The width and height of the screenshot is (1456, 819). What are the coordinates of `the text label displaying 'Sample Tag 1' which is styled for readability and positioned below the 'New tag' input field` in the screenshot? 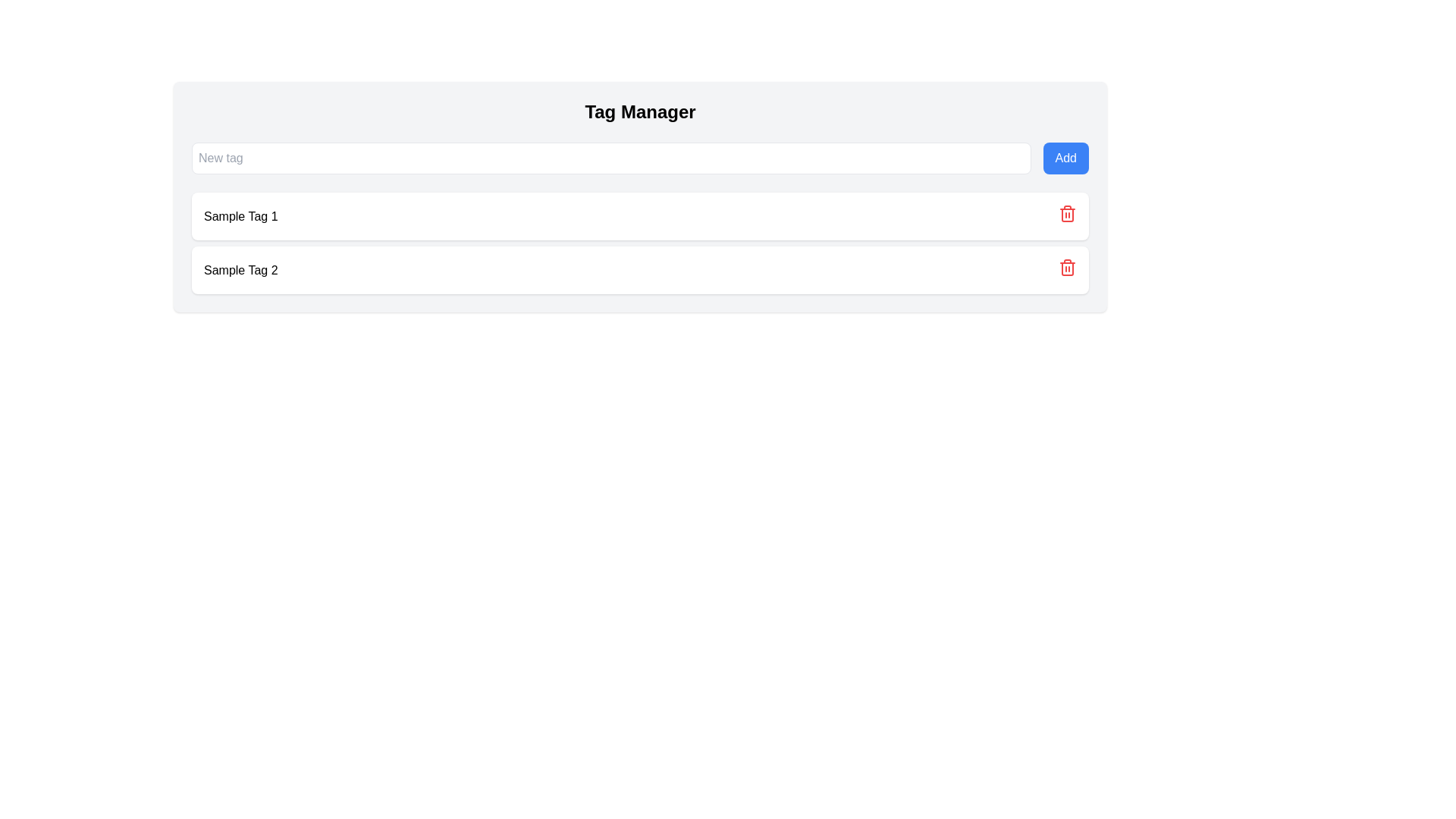 It's located at (240, 216).